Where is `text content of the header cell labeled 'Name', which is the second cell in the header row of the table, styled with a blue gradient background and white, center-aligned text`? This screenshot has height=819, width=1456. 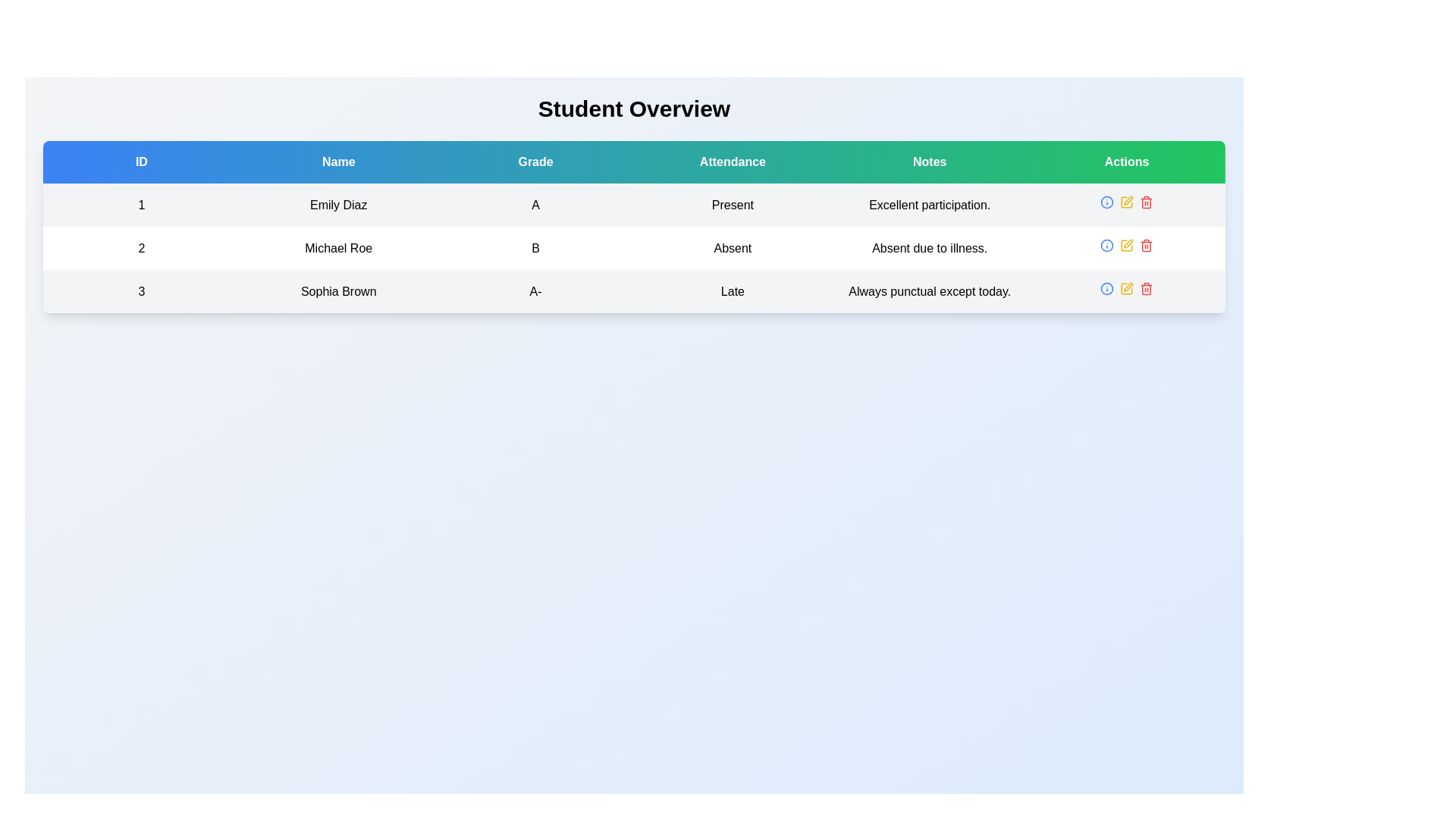
text content of the header cell labeled 'Name', which is the second cell in the header row of the table, styled with a blue gradient background and white, center-aligned text is located at coordinates (337, 162).